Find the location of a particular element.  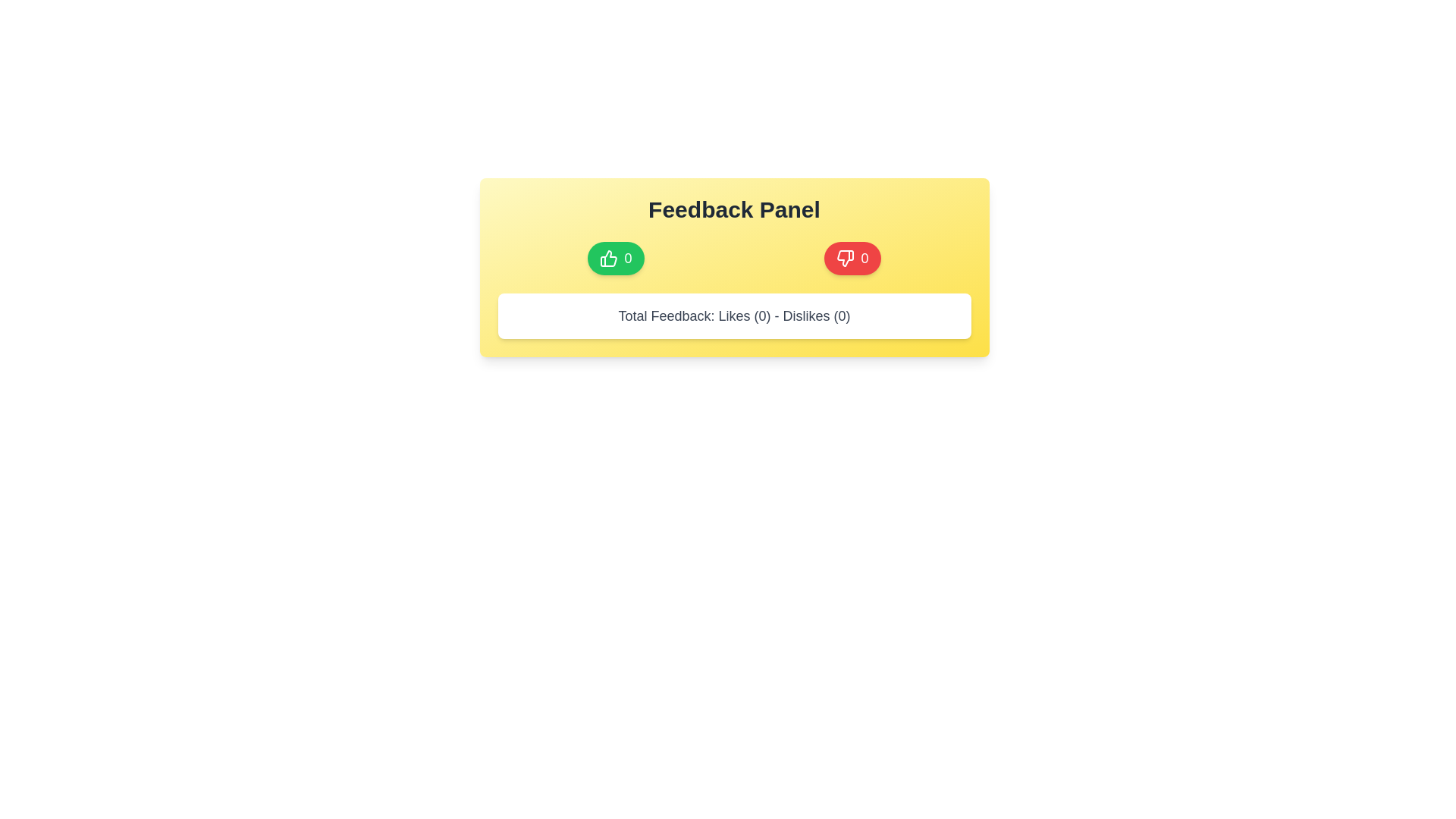

the red thumbs-down icon button, which is part of a feedback panel is located at coordinates (845, 257).